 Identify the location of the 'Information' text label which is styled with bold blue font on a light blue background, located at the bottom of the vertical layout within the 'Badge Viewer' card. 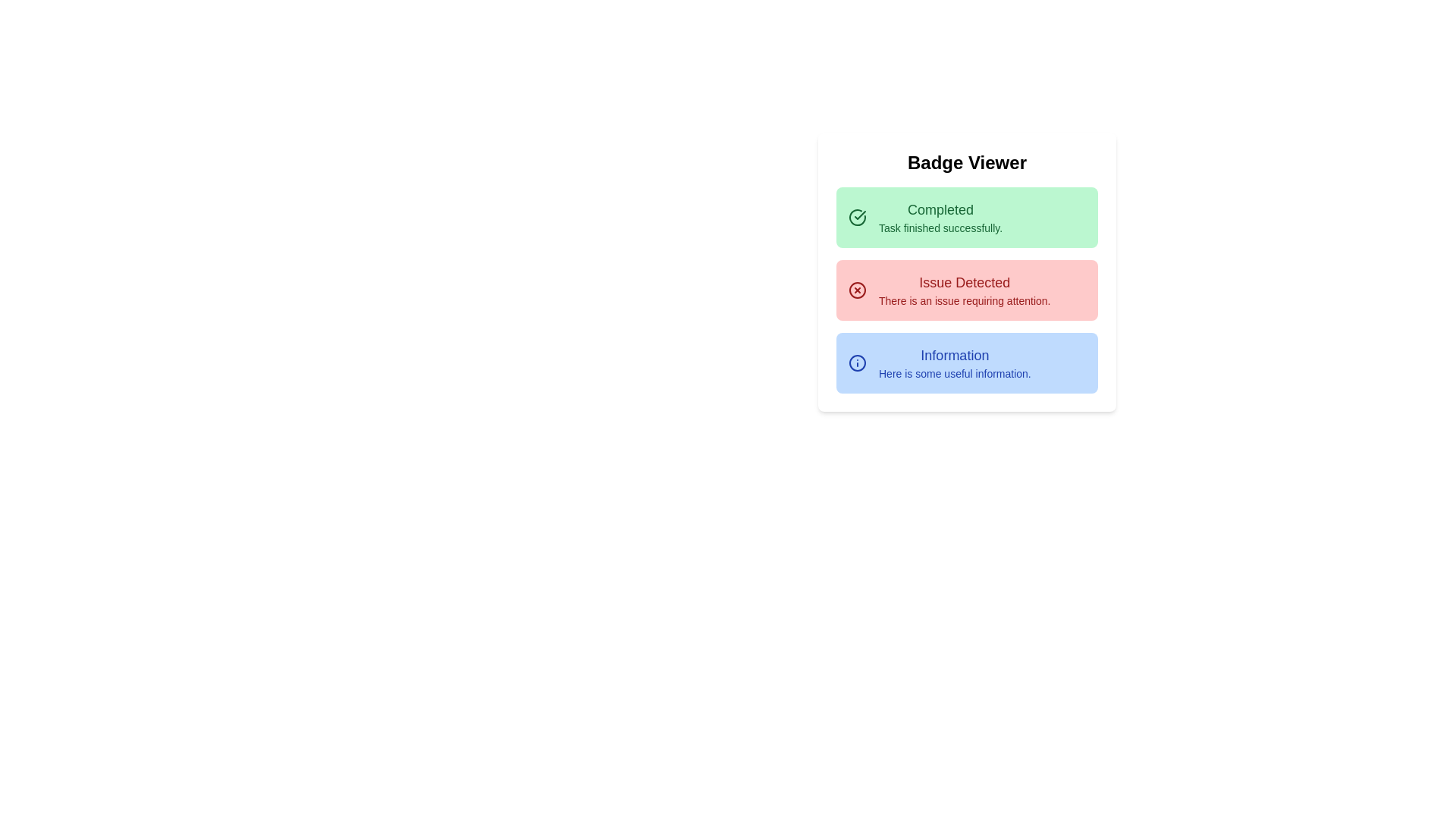
(954, 362).